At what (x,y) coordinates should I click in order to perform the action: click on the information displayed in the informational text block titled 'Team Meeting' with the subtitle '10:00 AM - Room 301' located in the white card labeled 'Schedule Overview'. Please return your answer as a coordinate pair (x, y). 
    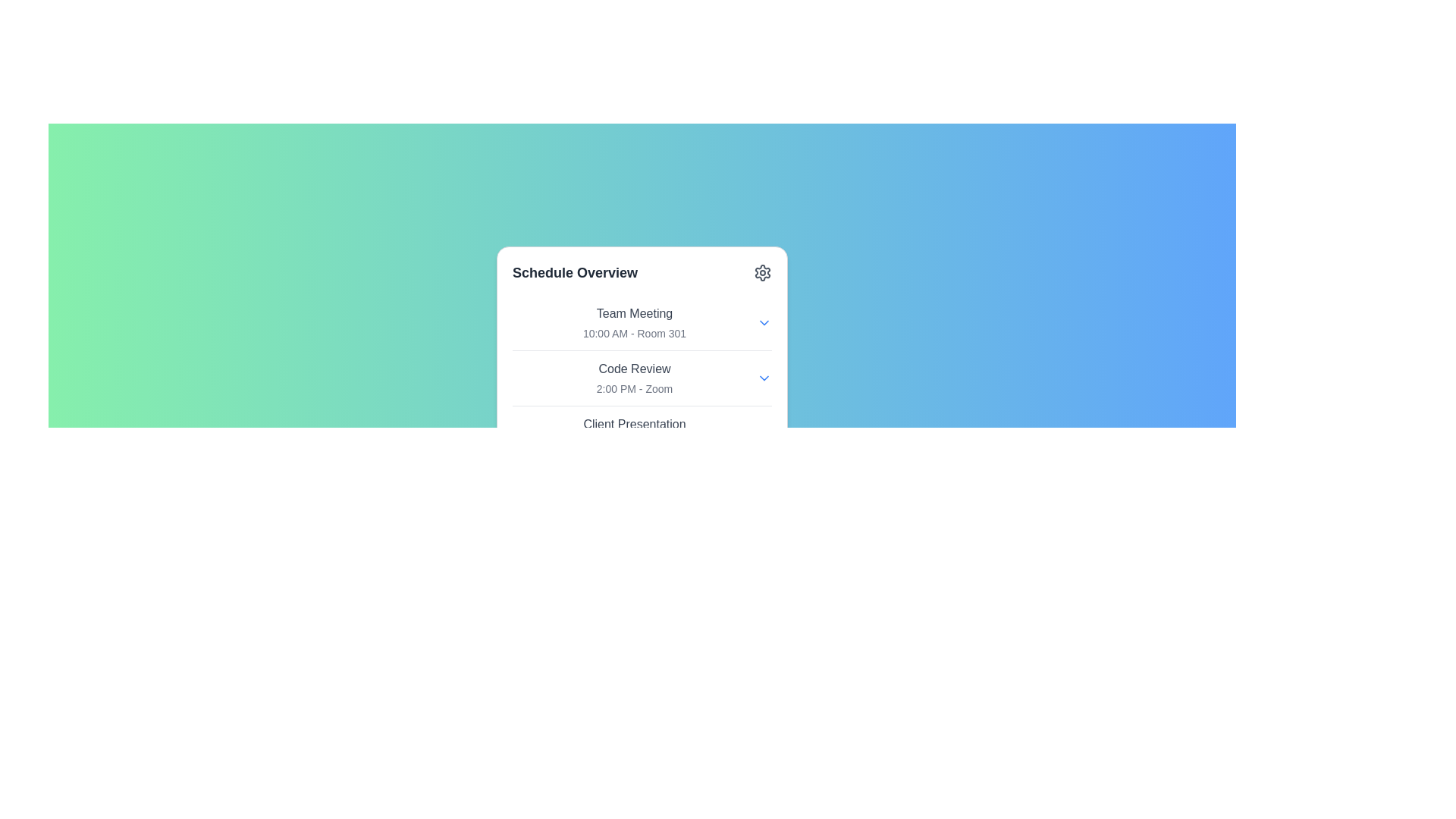
    Looking at the image, I should click on (634, 322).